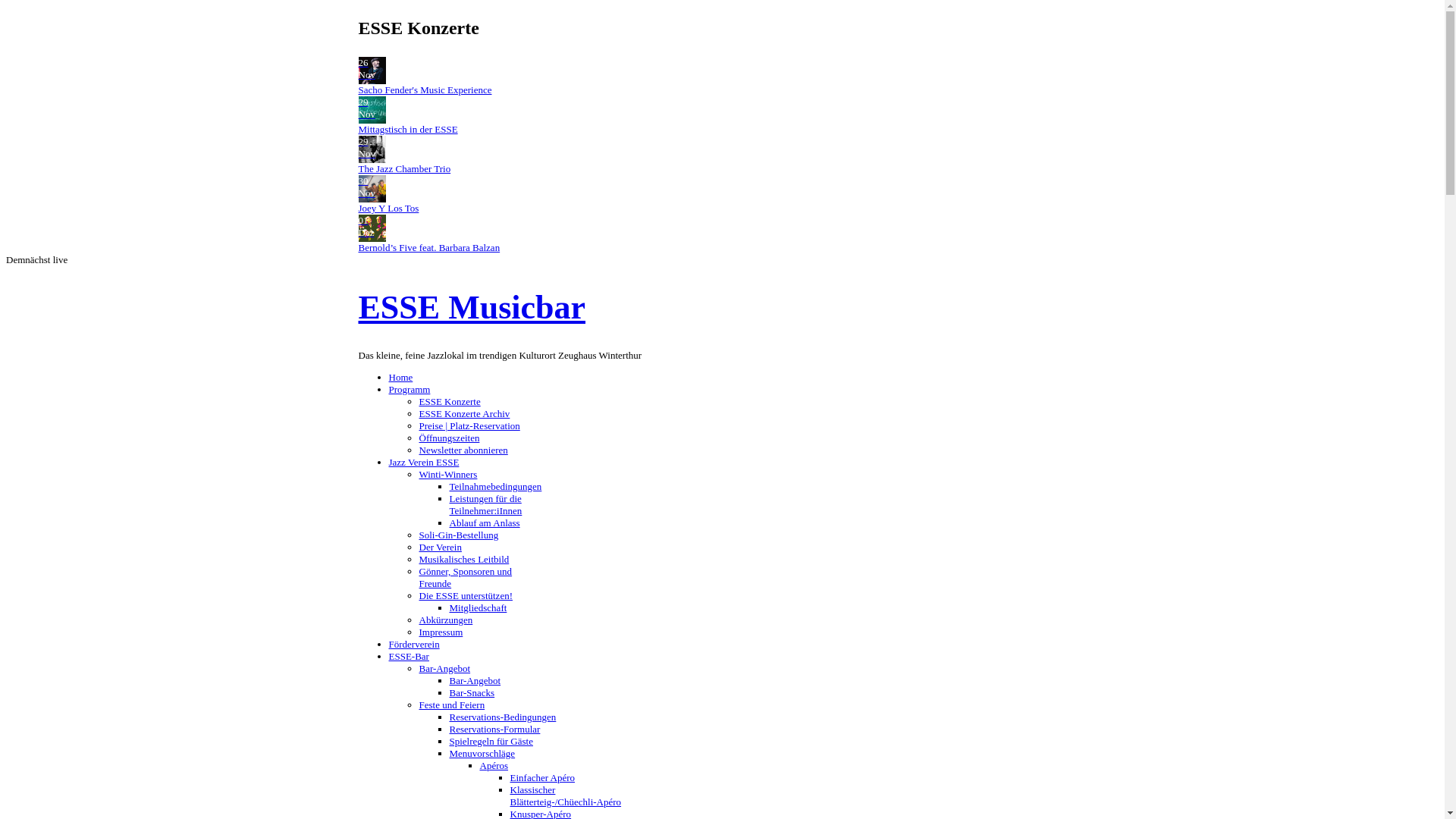 Image resolution: width=1456 pixels, height=819 pixels. Describe the element at coordinates (463, 413) in the screenshot. I see `'ESSE Konzerte Archiv'` at that location.